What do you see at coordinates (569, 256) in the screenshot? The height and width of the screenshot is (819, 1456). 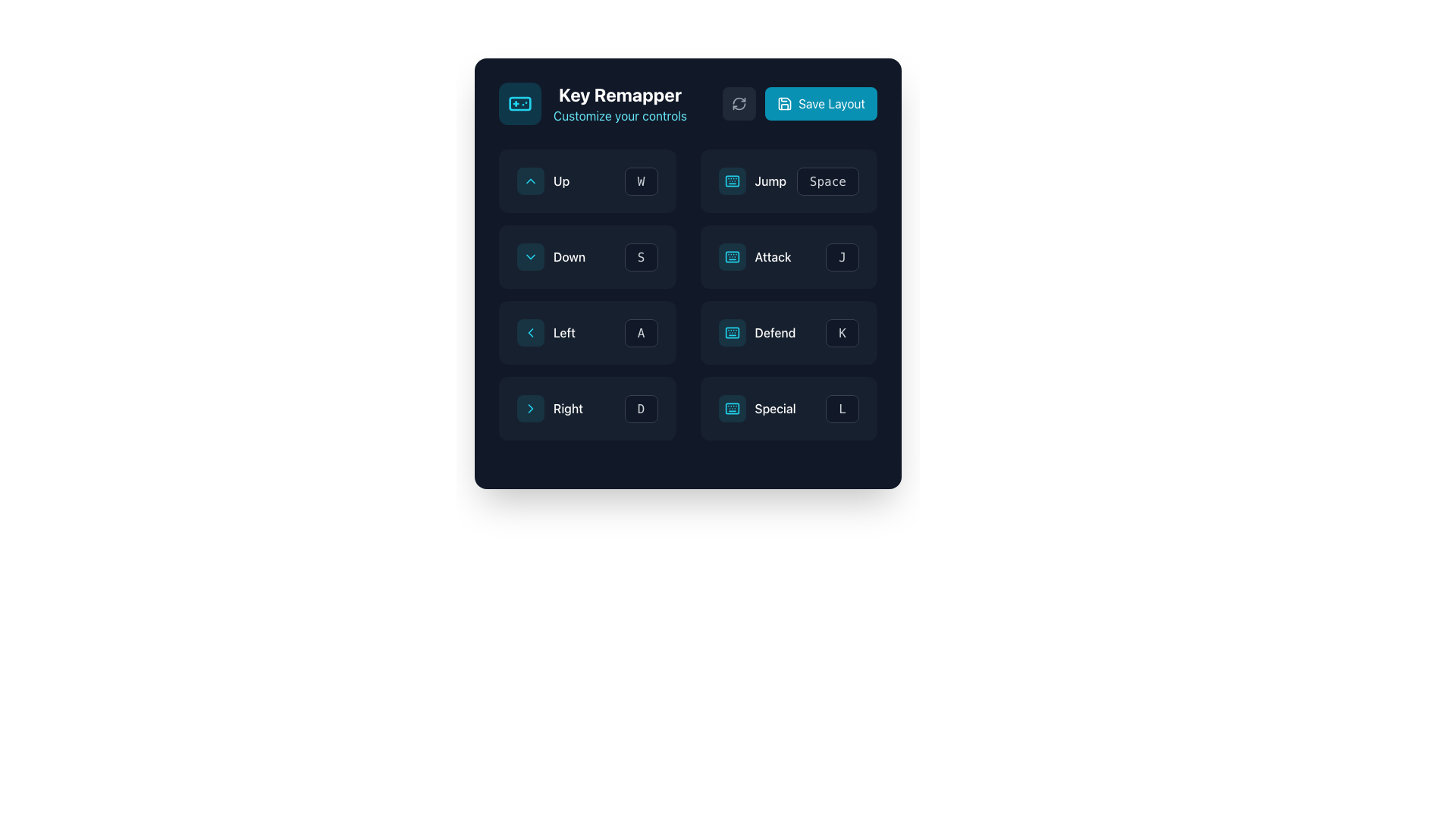 I see `text label displaying 'Down' which is centered in a dark background and located in the middle row of the left column of the controls grid` at bounding box center [569, 256].